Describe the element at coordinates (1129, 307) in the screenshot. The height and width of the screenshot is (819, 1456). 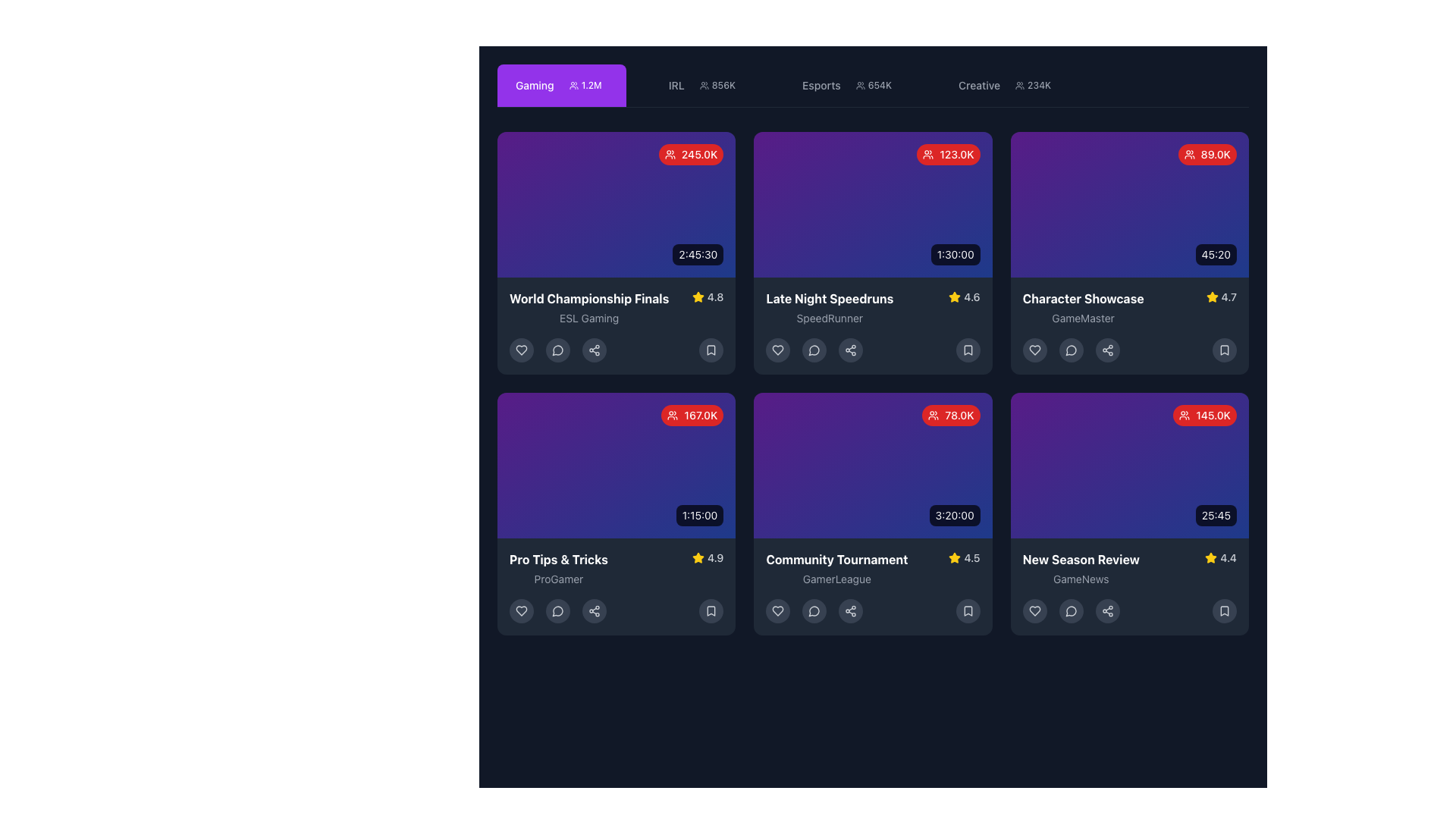
I see `on the 'Character Showcase' text block that displays the title in bold white text, the subtitle 'GameMaster' in gray, a yellow star icon, and a rating of '4.7'` at that location.